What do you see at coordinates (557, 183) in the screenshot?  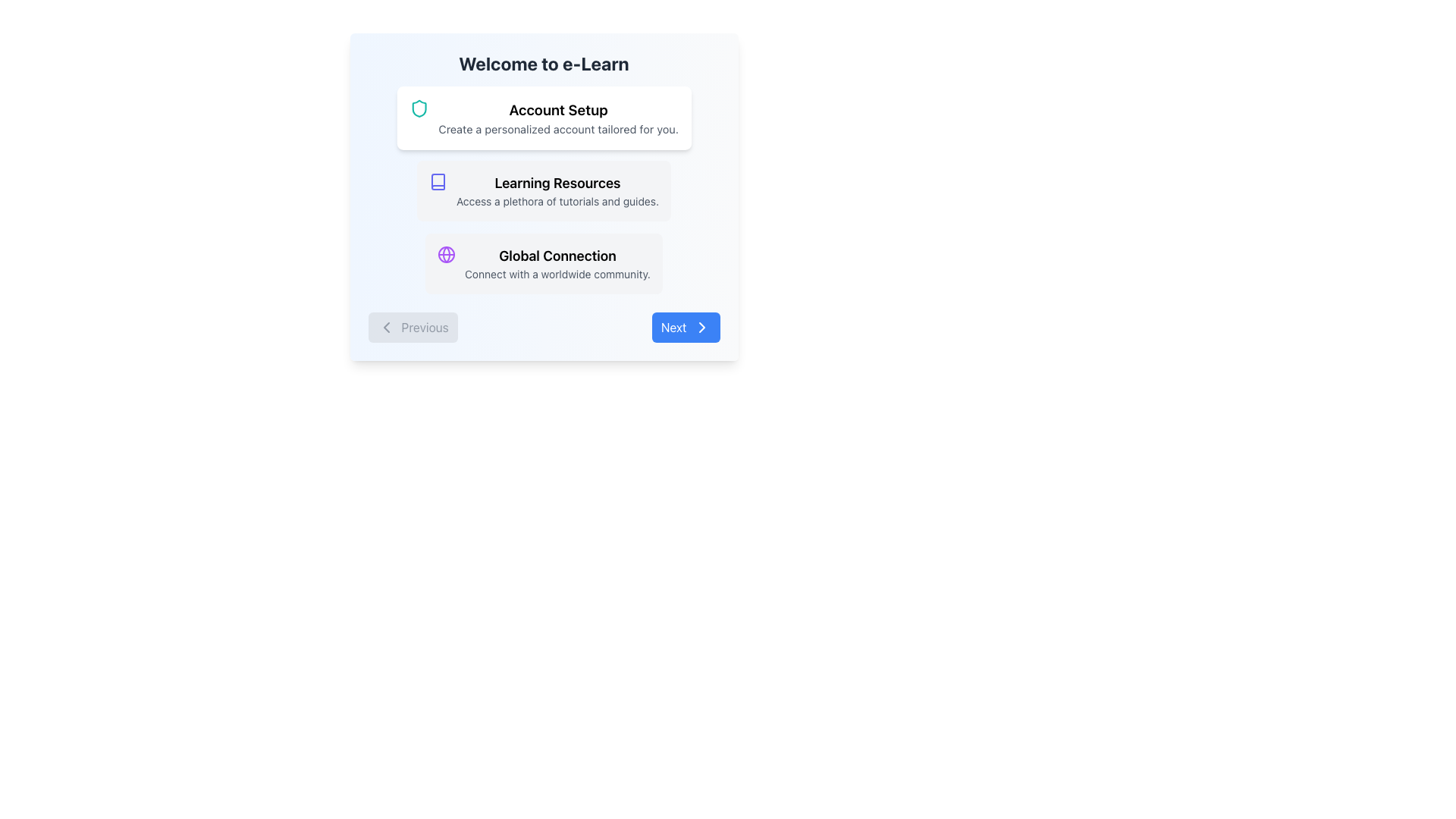 I see `the 'Learning Resources' text label, which serves as the title for the corresponding option in the selection menu, located below the 'Welcome to e-Learn' header` at bounding box center [557, 183].